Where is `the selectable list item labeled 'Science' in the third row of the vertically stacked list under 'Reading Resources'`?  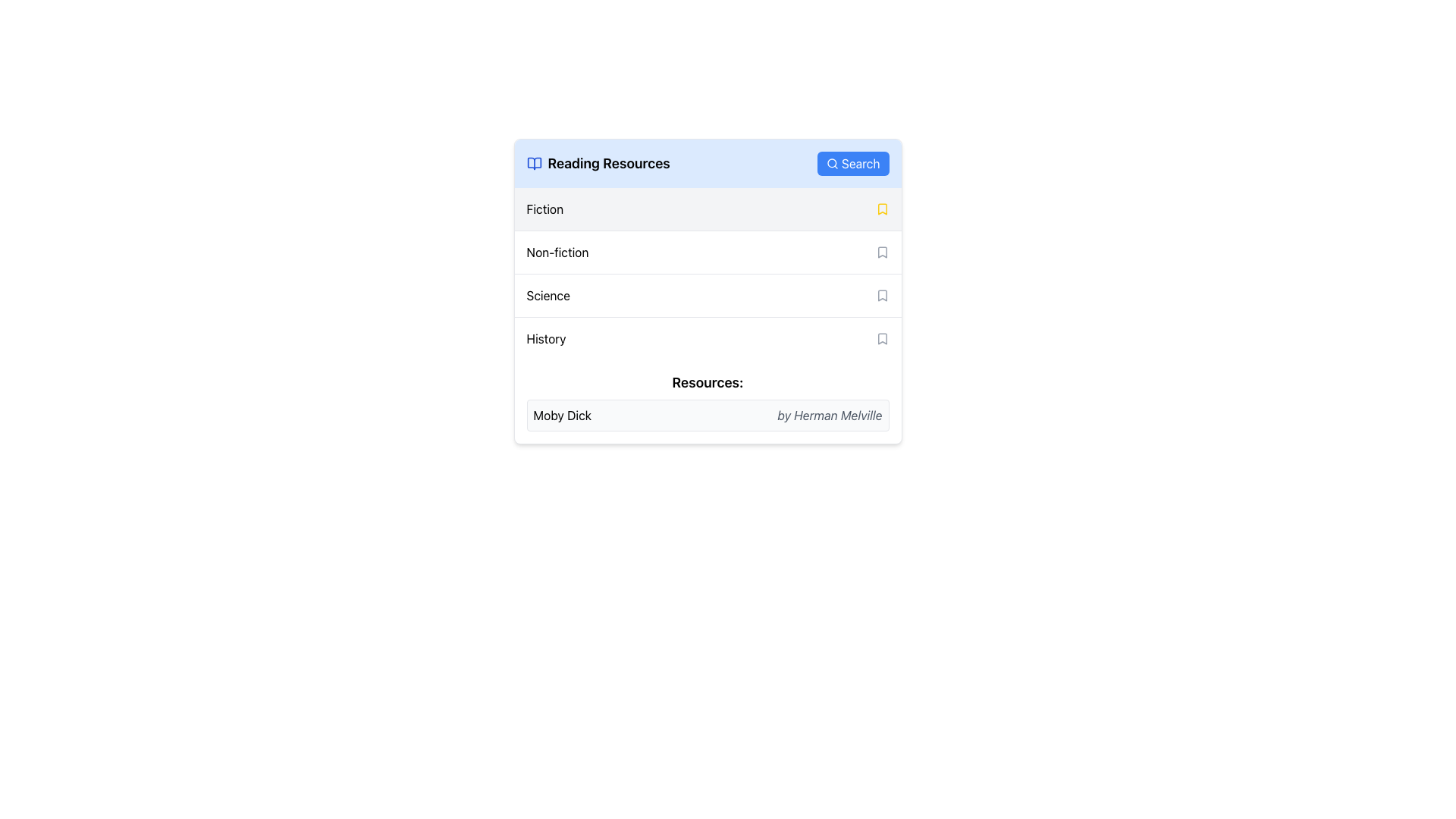 the selectable list item labeled 'Science' in the third row of the vertically stacked list under 'Reading Resources' is located at coordinates (707, 295).